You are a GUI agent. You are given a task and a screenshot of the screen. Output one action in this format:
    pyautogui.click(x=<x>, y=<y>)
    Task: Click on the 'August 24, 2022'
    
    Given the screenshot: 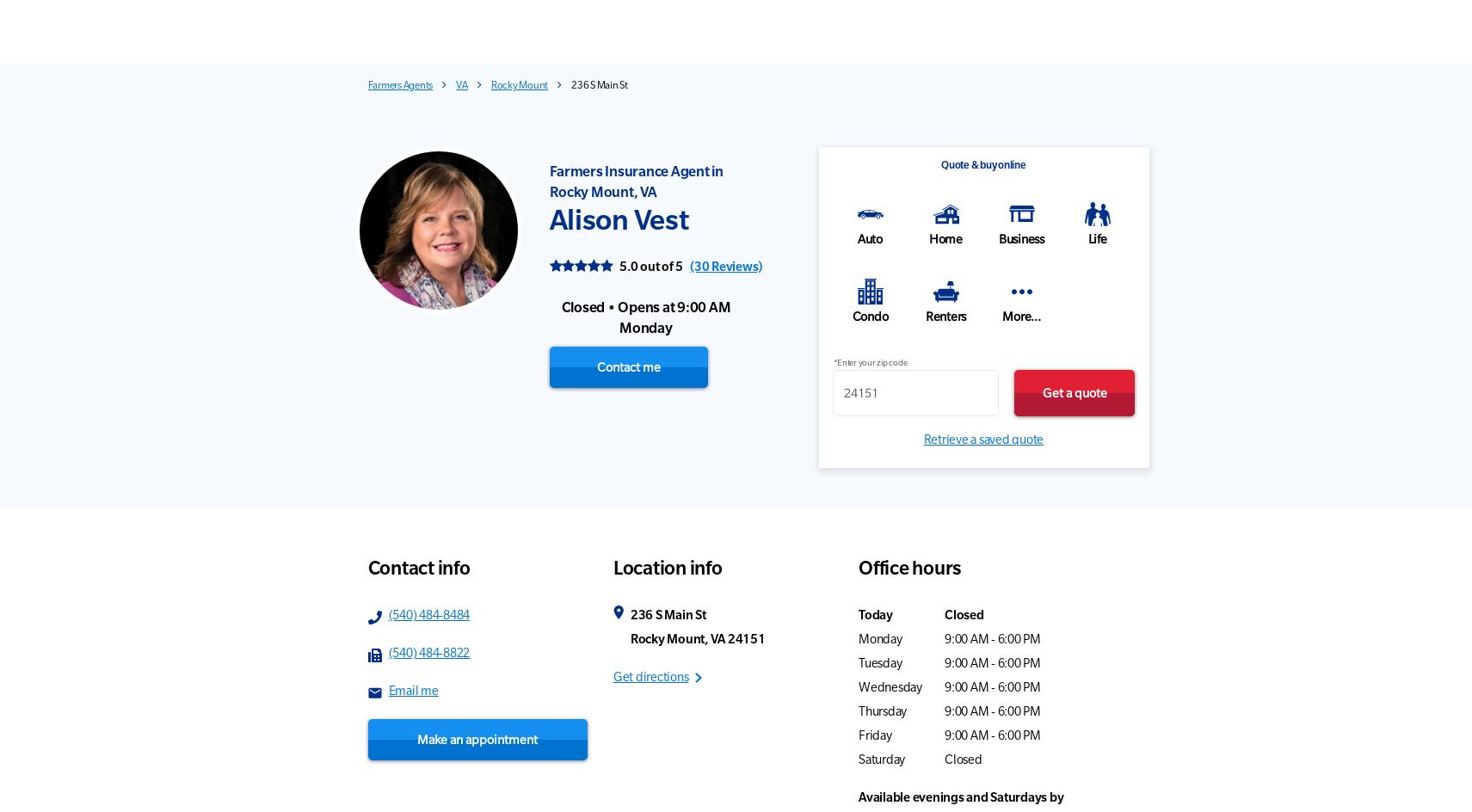 What is the action you would take?
    pyautogui.click(x=1351, y=552)
    